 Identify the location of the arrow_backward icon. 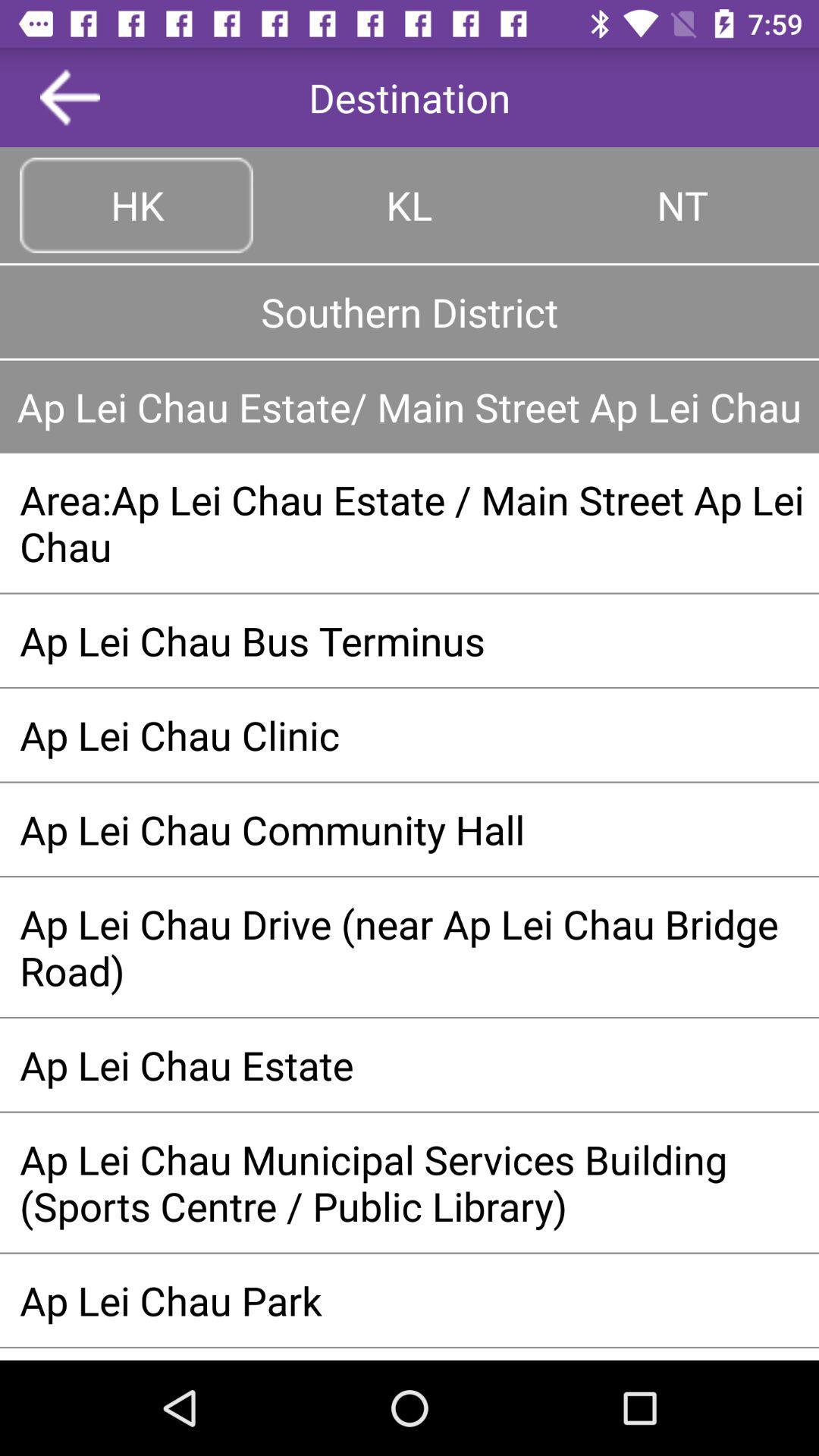
(70, 96).